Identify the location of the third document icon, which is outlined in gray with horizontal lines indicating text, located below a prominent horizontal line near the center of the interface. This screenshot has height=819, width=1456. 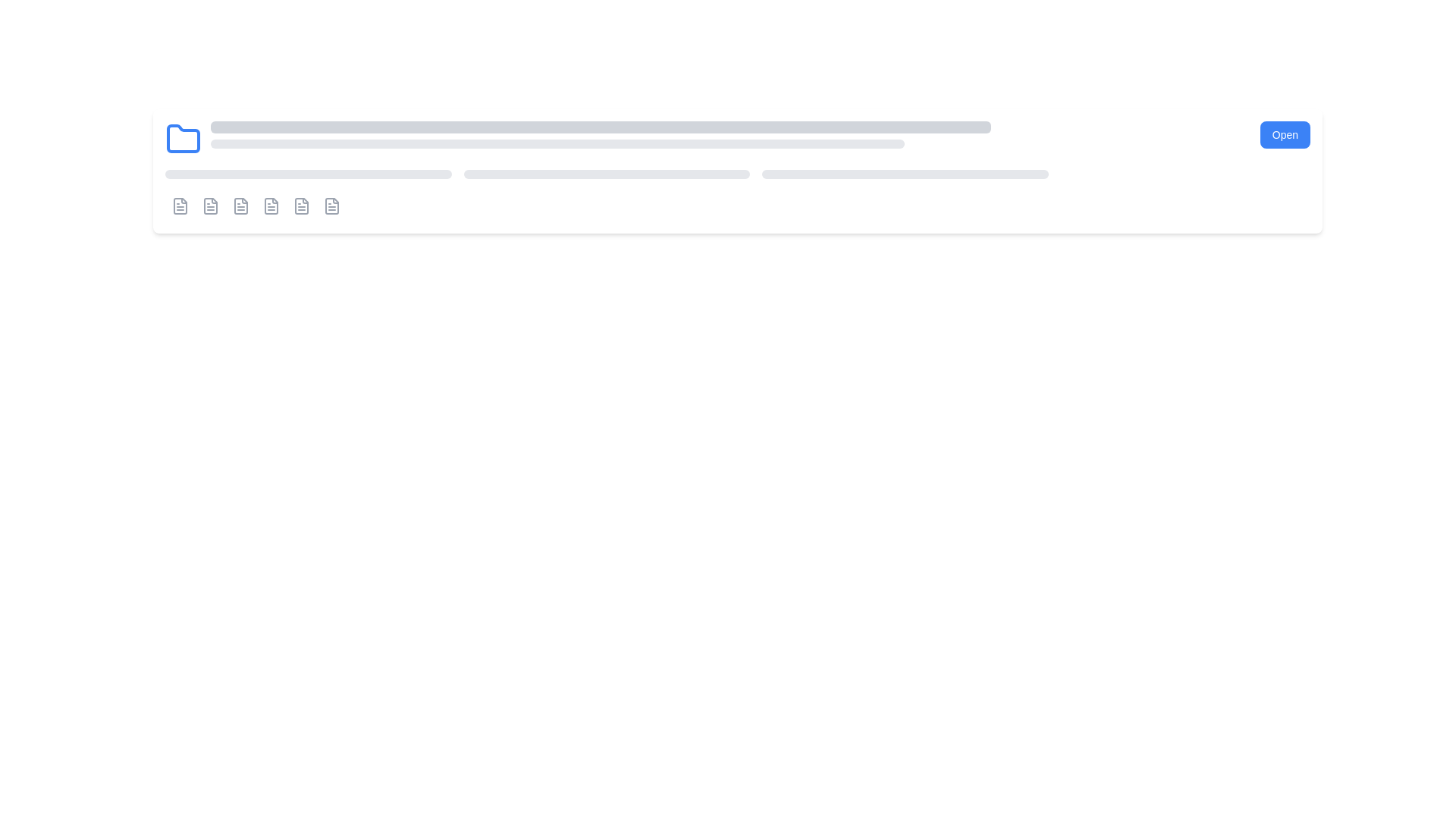
(240, 206).